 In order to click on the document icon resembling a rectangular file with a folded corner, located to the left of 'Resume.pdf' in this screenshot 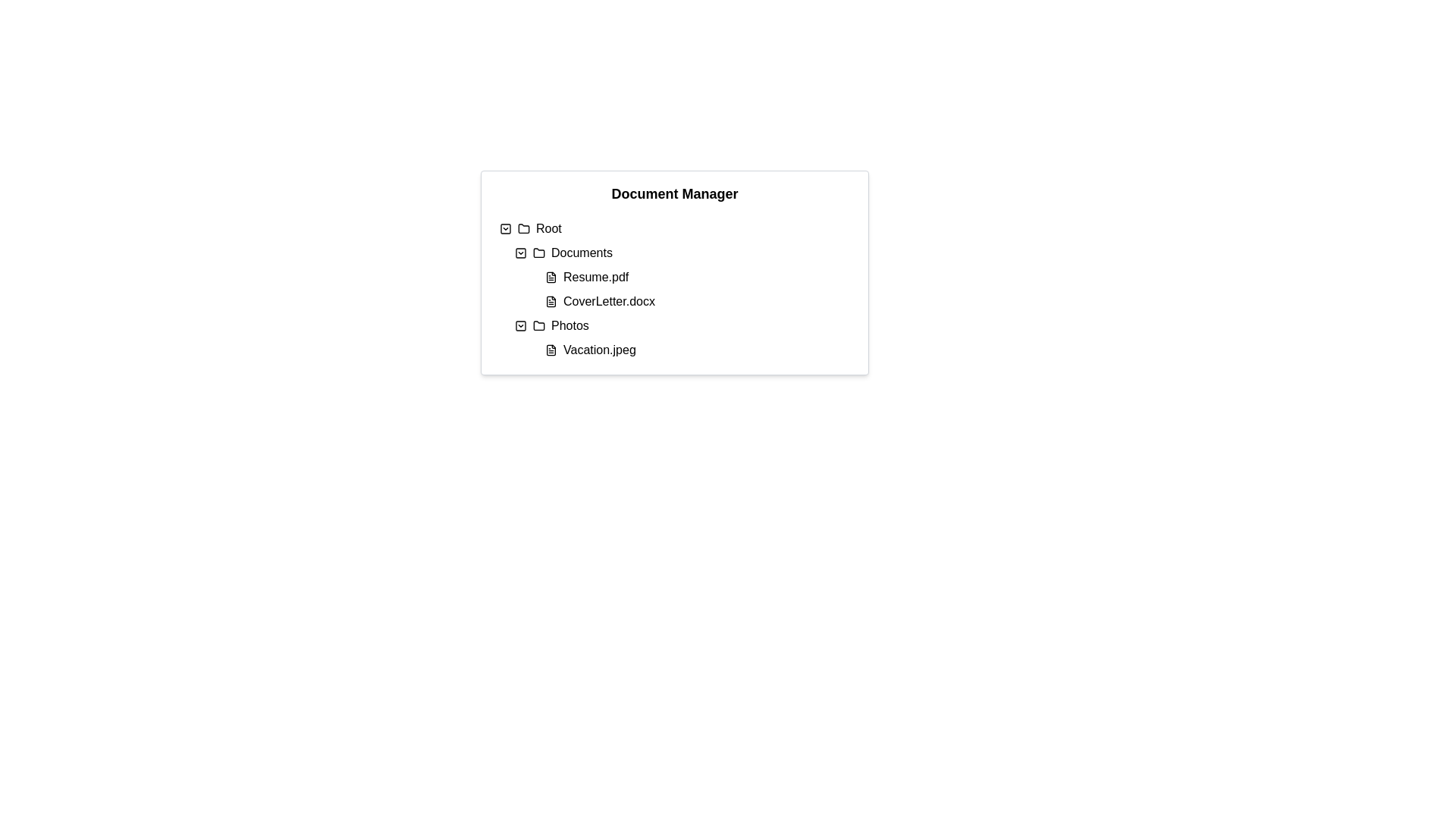, I will do `click(550, 278)`.